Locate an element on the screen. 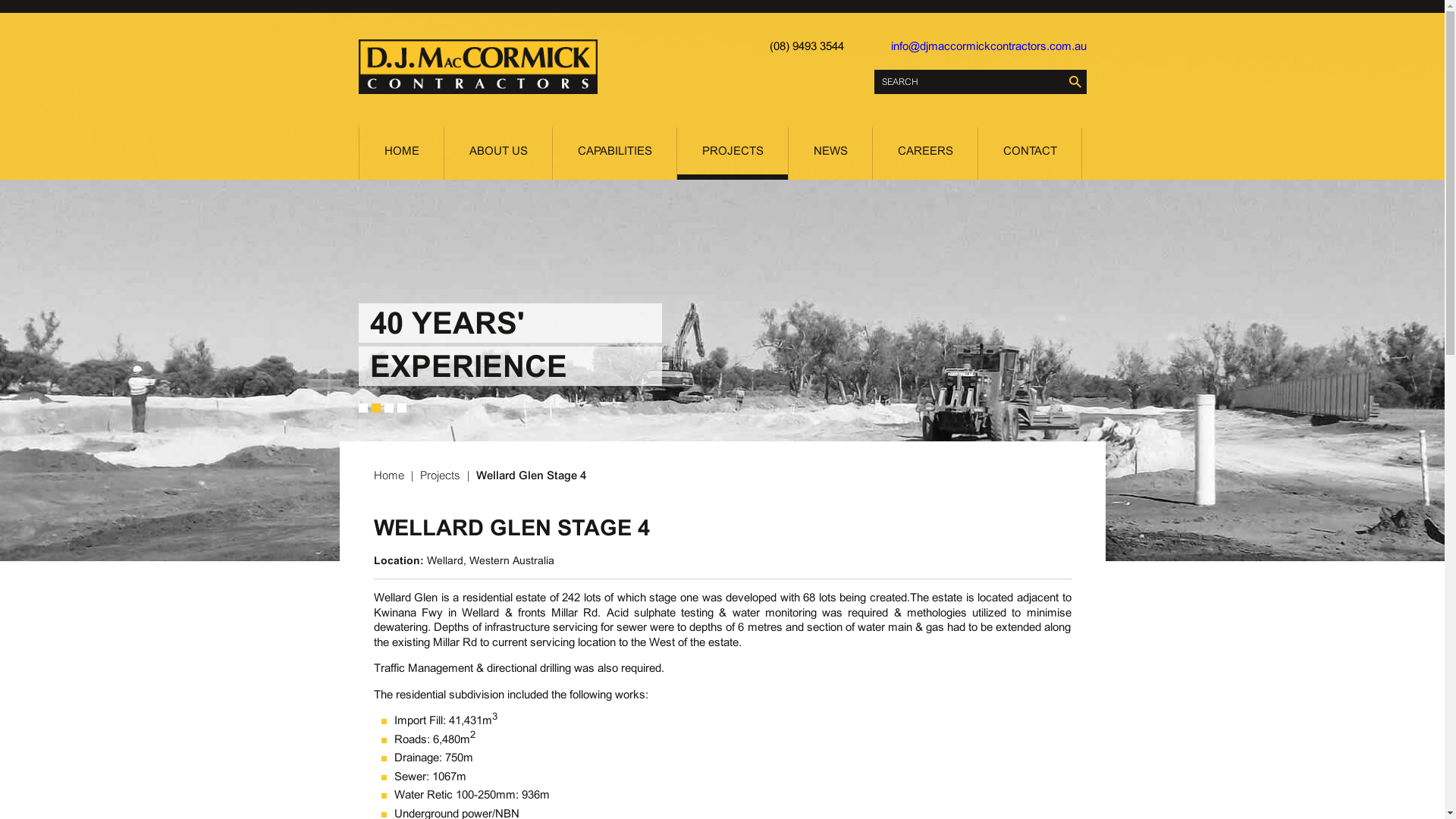  'NEWS' is located at coordinates (789, 153).